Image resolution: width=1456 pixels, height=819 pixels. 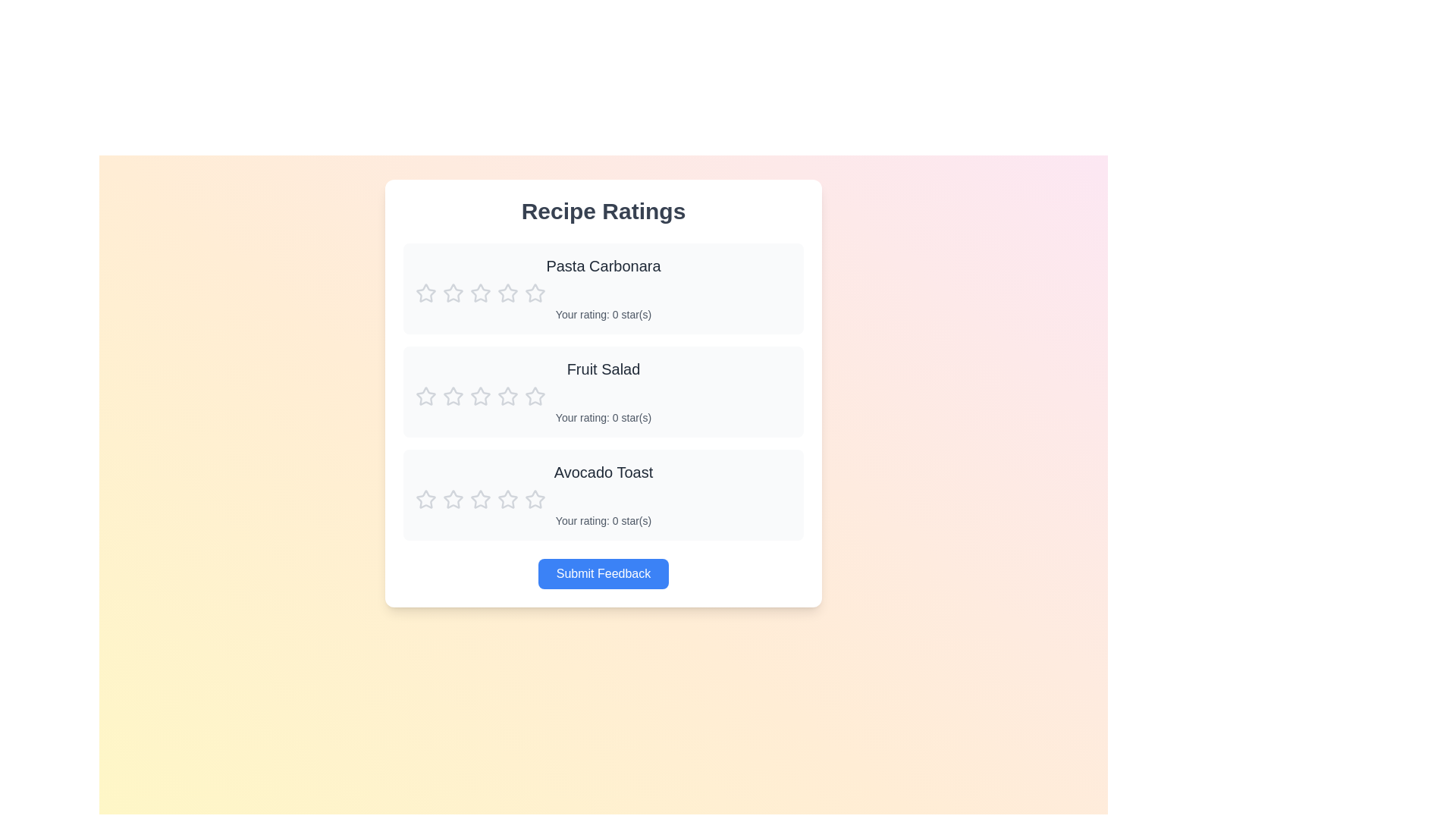 What do you see at coordinates (603, 391) in the screenshot?
I see `a star to rate the recipe by clicking on the Rating Component Block displaying 'Fruit Salad' and its star rating scale` at bounding box center [603, 391].